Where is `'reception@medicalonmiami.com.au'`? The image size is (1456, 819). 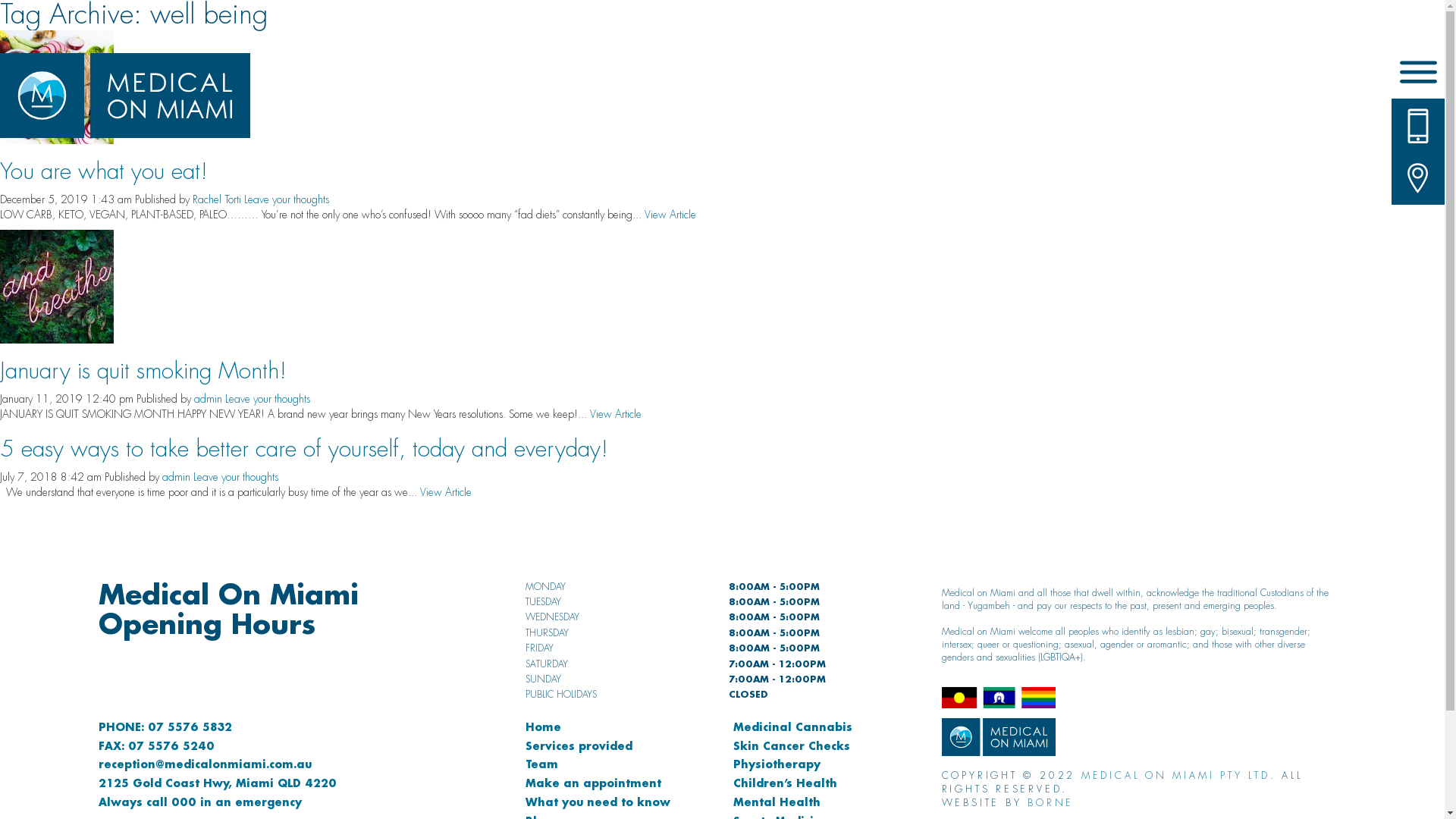
'reception@medicalonmiami.com.au' is located at coordinates (97, 764).